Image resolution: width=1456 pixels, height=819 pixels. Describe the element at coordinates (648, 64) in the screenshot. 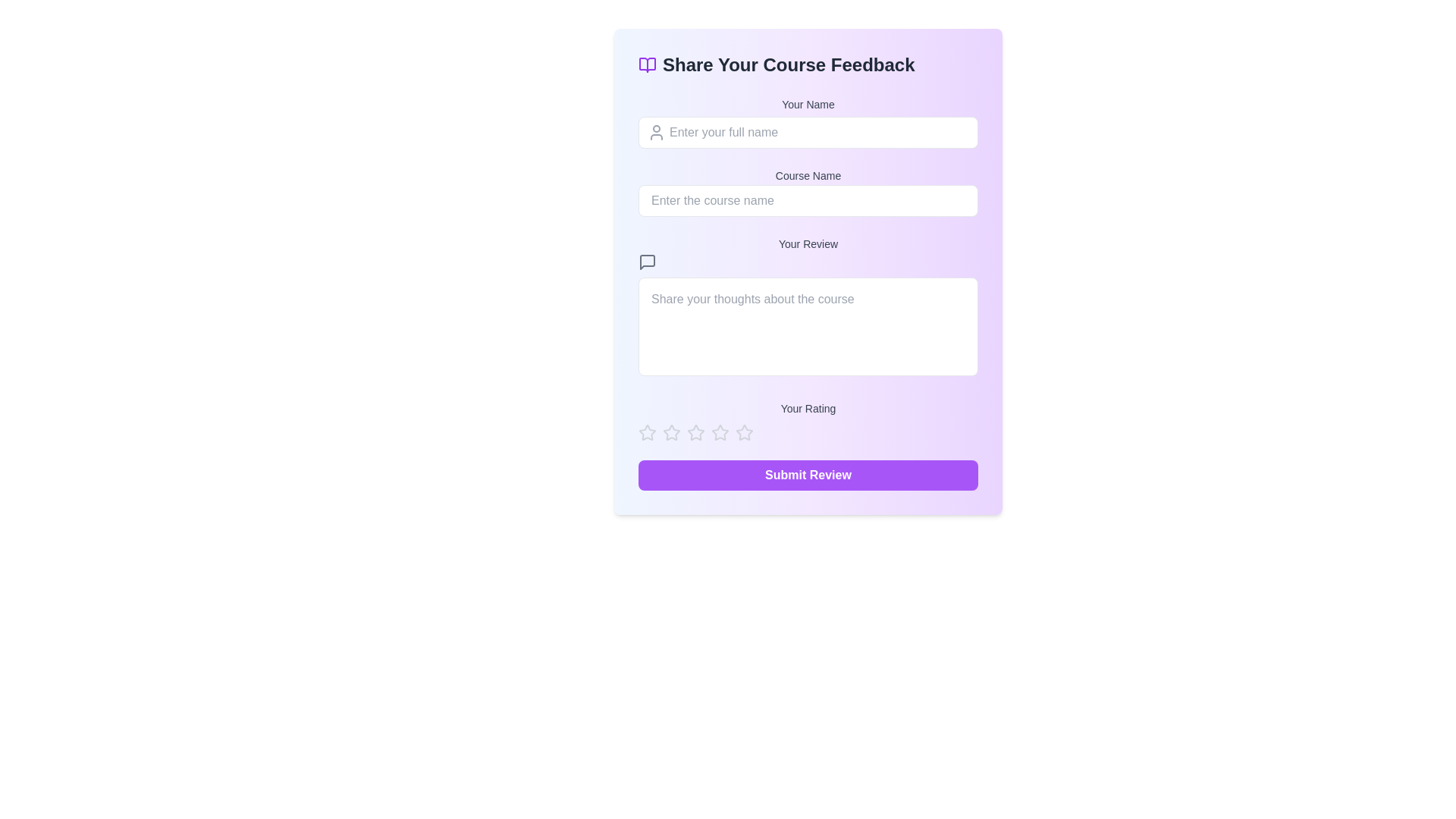

I see `the decorative icon located in the header section to the left of the title 'Share Your Course Feedback'` at that location.